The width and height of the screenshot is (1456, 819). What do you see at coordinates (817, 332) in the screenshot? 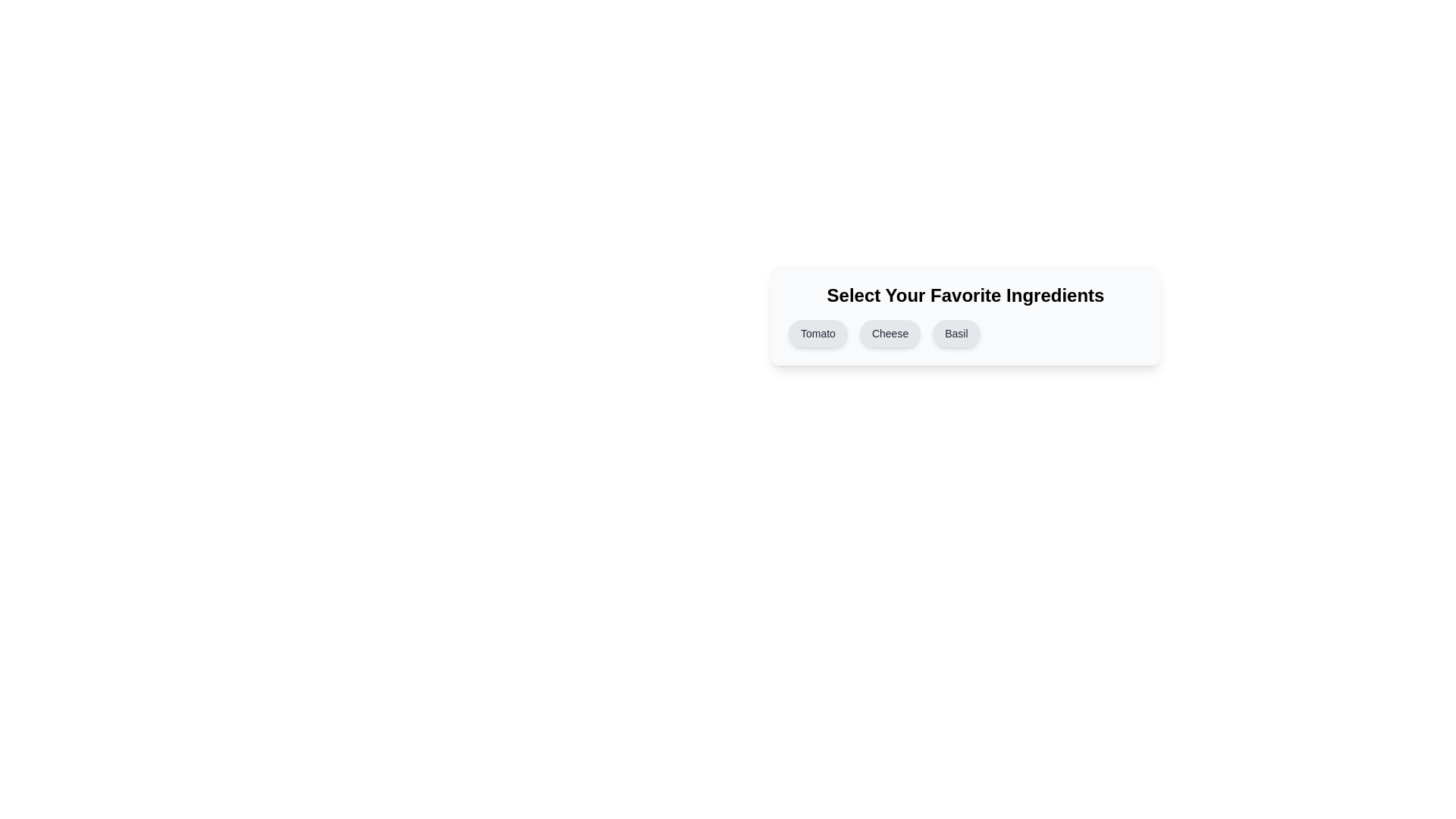
I see `the button corresponding to the ingredient Tomato` at bounding box center [817, 332].